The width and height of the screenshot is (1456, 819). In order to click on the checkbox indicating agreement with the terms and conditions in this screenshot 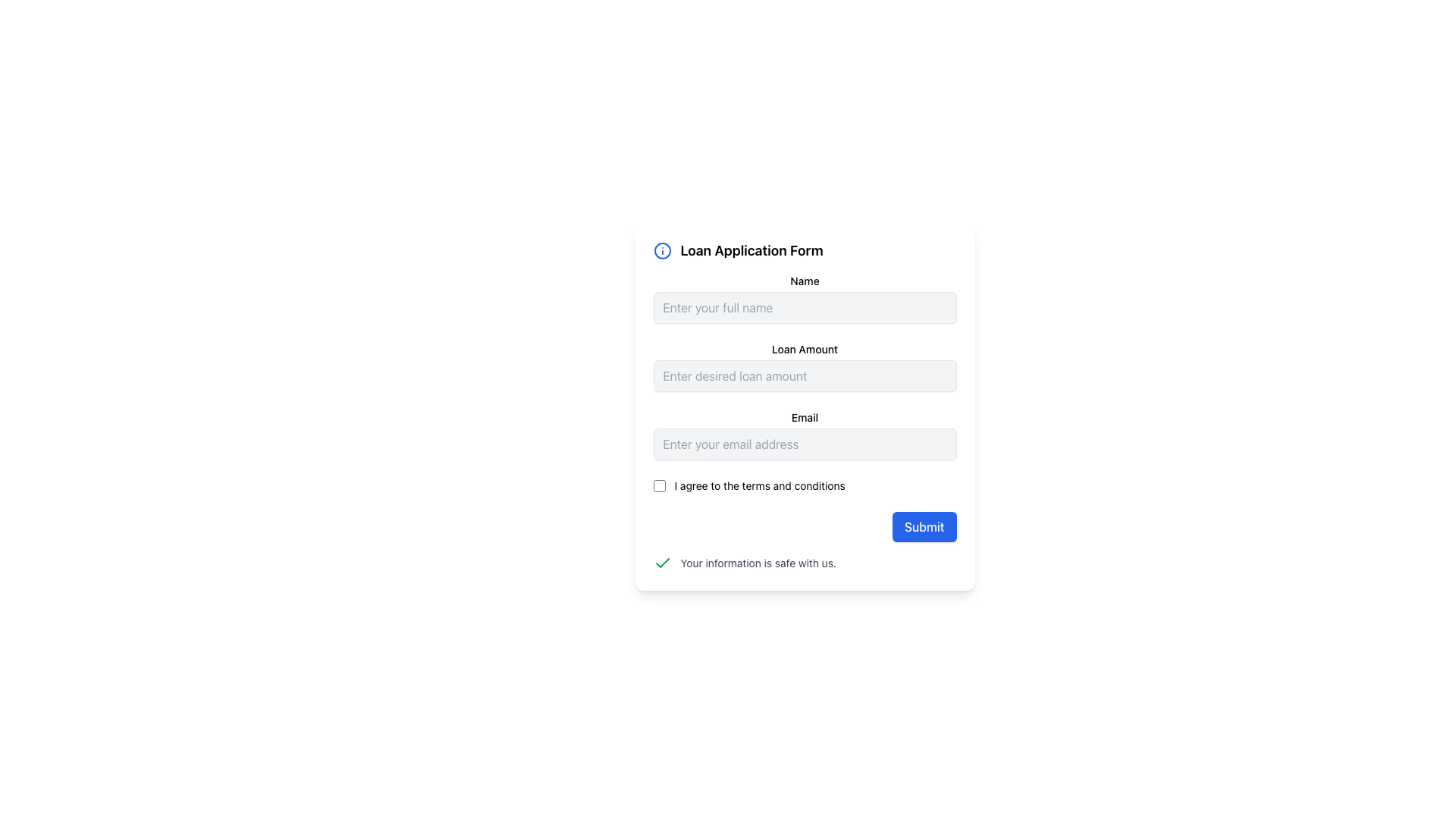, I will do `click(659, 485)`.